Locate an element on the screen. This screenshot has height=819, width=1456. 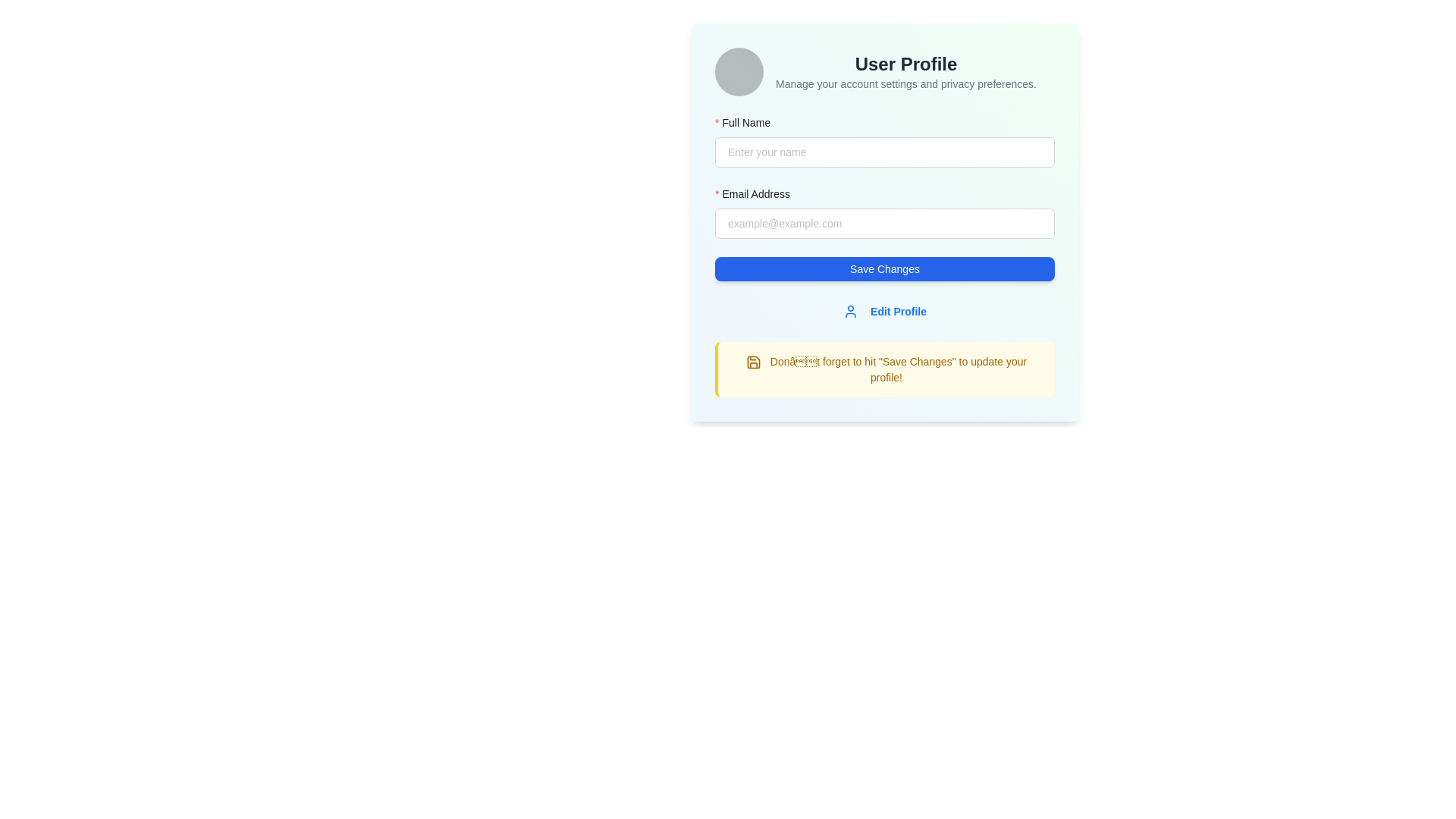
the text label reading 'Full Name', which is prominently displayed above the corresponding input field in the form section is located at coordinates (748, 122).